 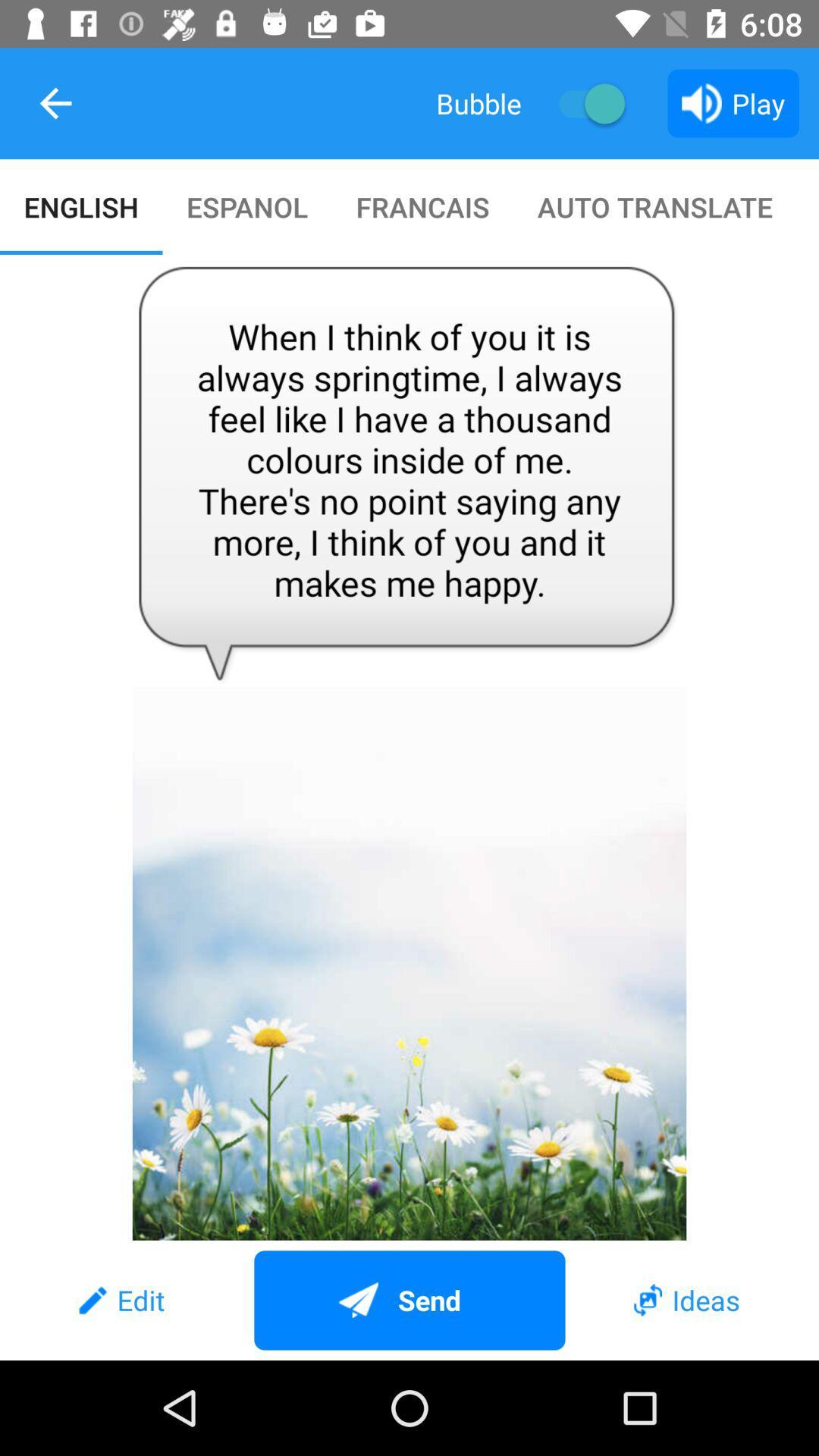 I want to click on on or off, so click(x=584, y=102).